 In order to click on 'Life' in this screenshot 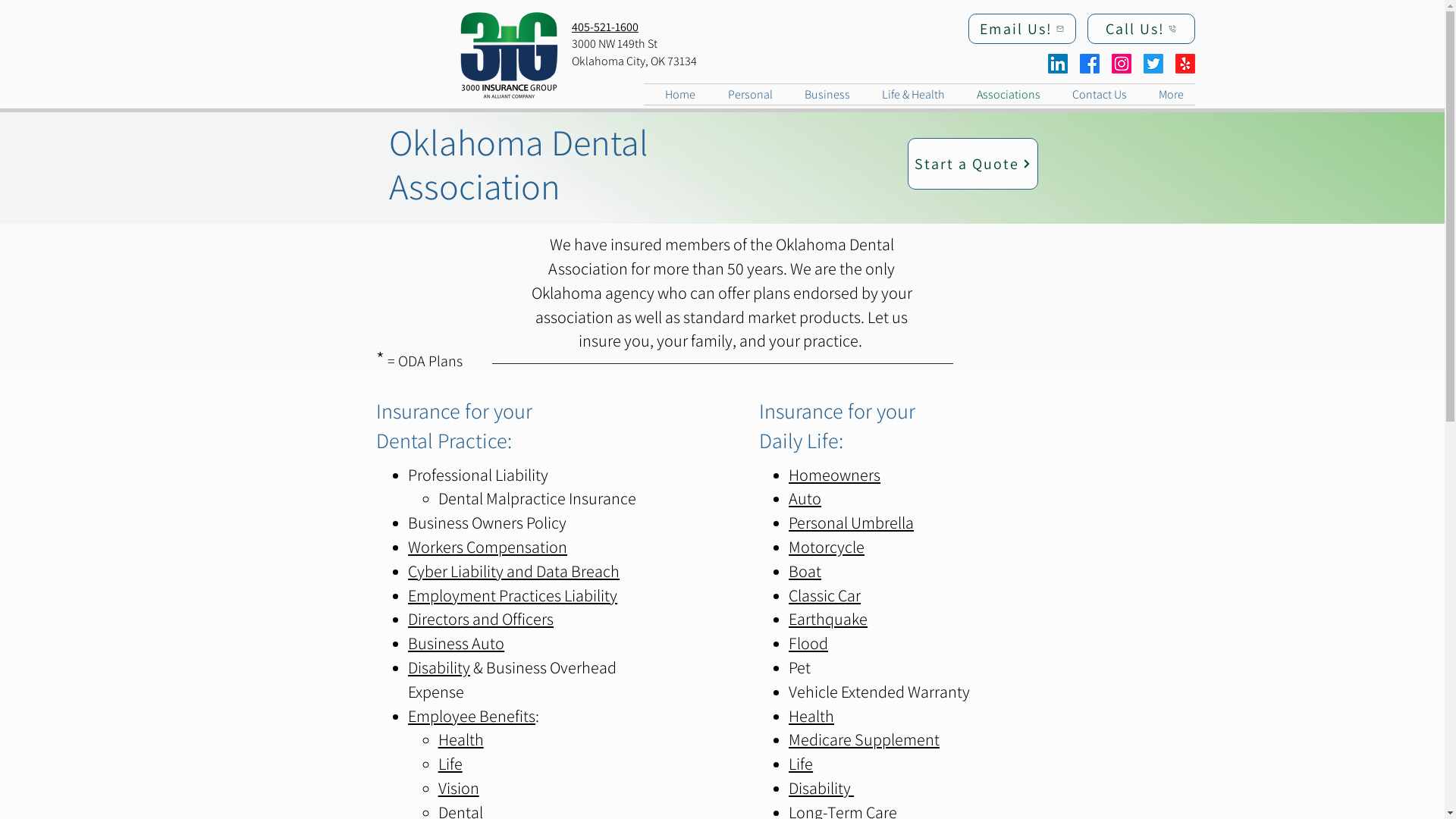, I will do `click(800, 764)`.